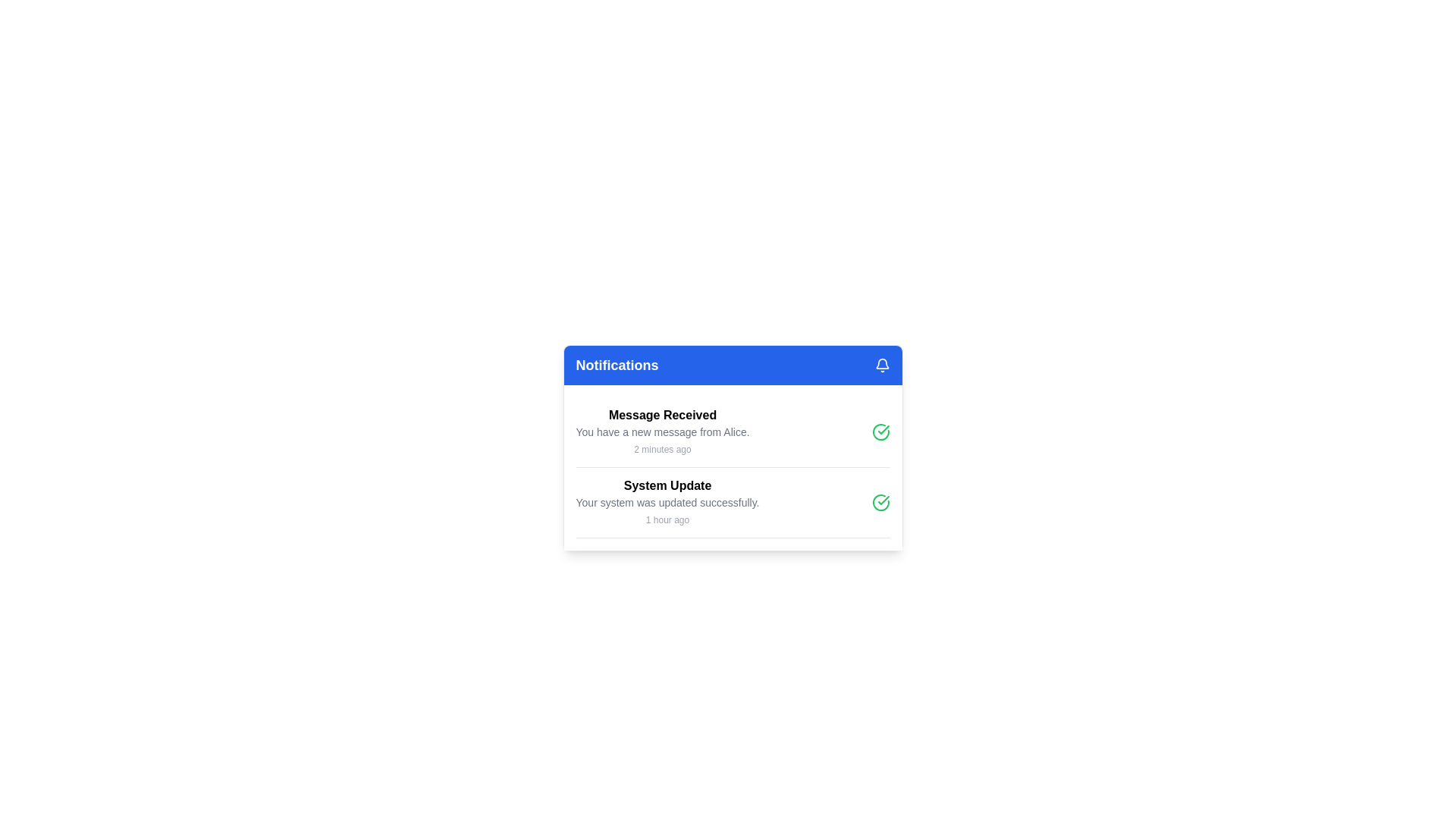 The height and width of the screenshot is (819, 1456). I want to click on the notification item indicating a successful system update located below the 'Message Received' notification, so click(733, 503).